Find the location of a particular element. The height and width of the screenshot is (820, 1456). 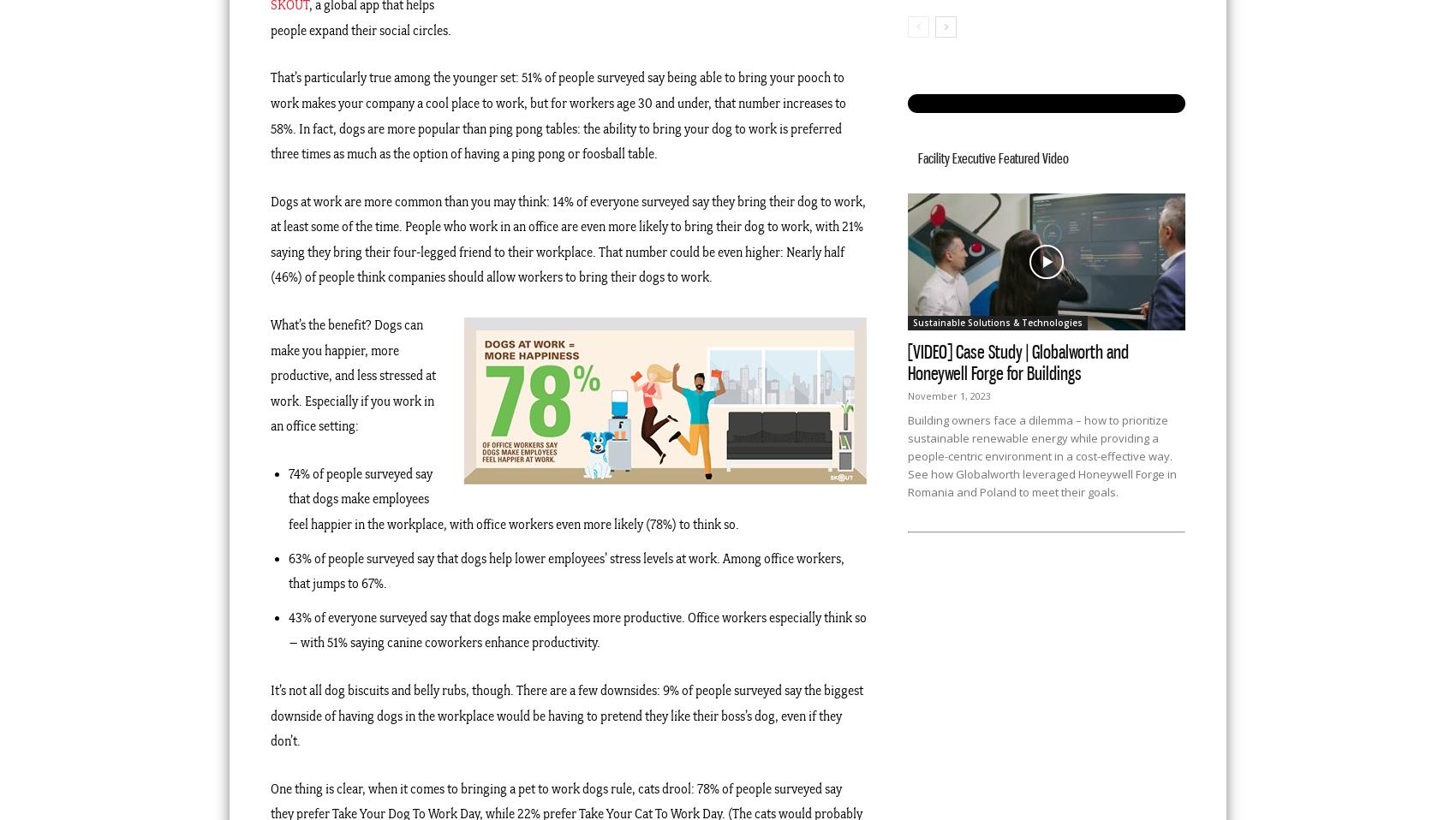

'43% of everyone surveyed say that dogs make employees more productive. Office workers especially think so – with 51% saying canine coworkers enhance productivity.' is located at coordinates (577, 629).